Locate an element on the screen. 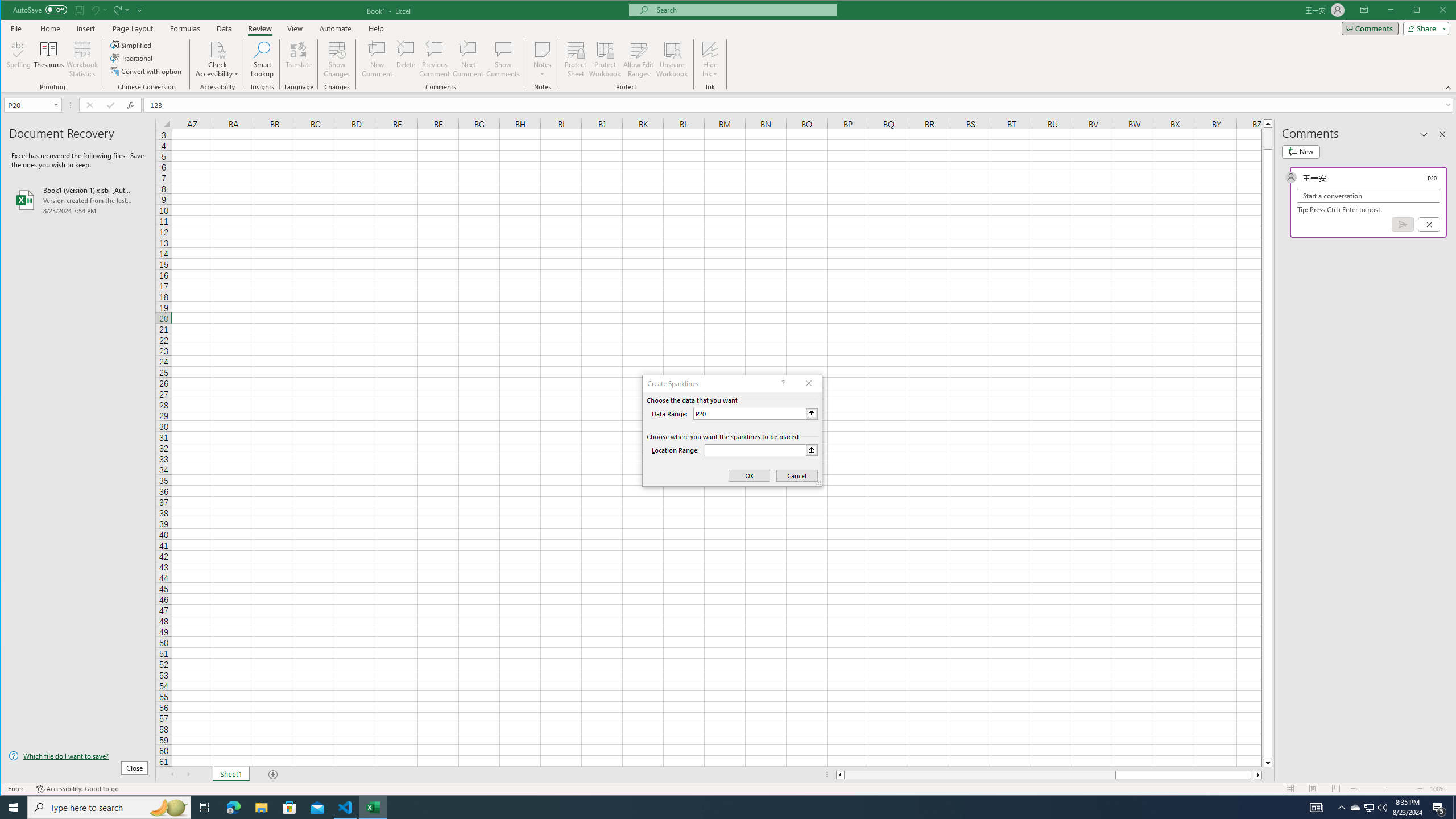  'Traditional' is located at coordinates (132, 58).